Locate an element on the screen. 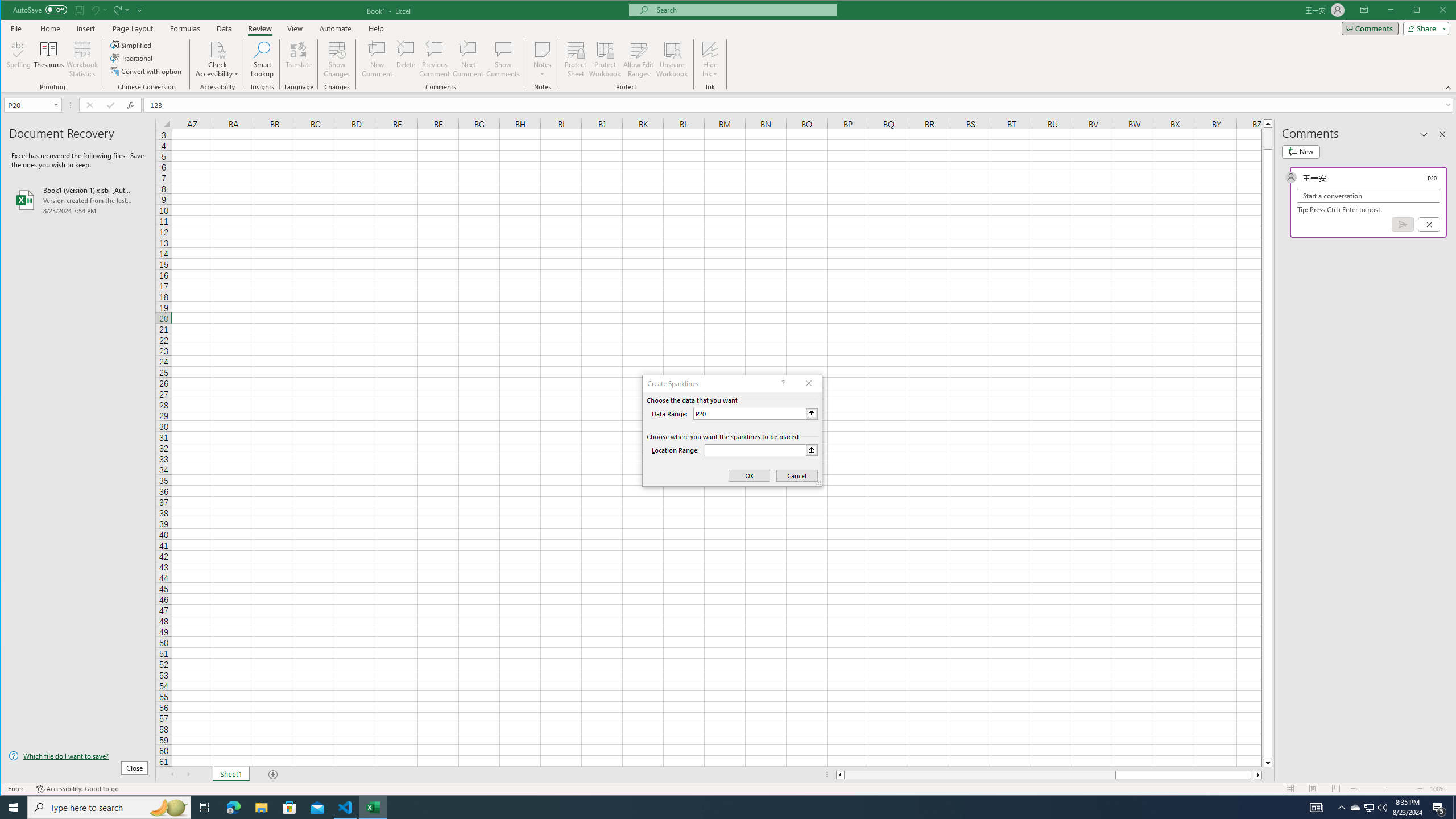  'Traditional' is located at coordinates (132, 58).